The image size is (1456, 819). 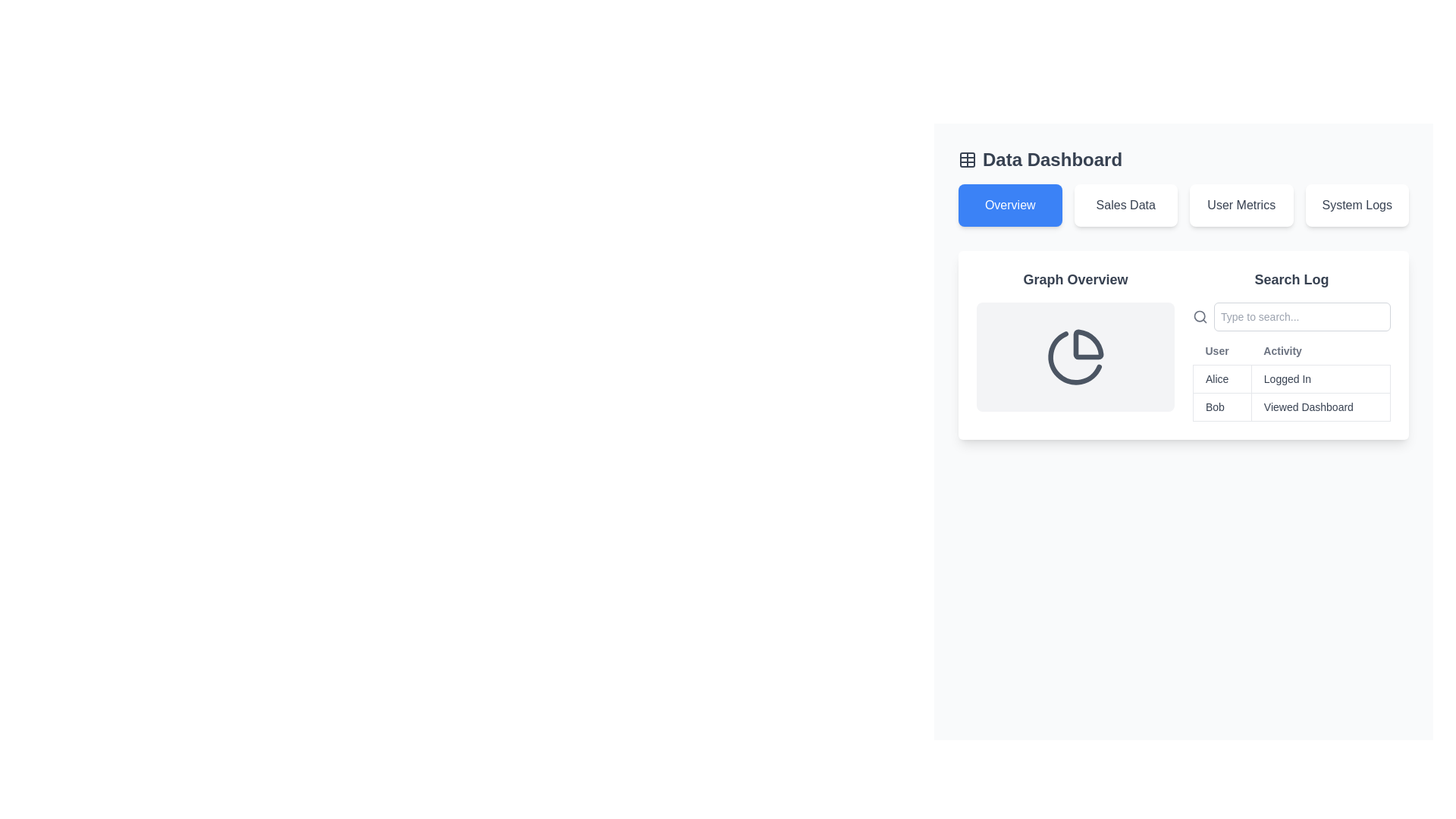 I want to click on the 'Overview' navigational button located at the leftmost position of the button group in the upper section of the interface, so click(x=1010, y=205).